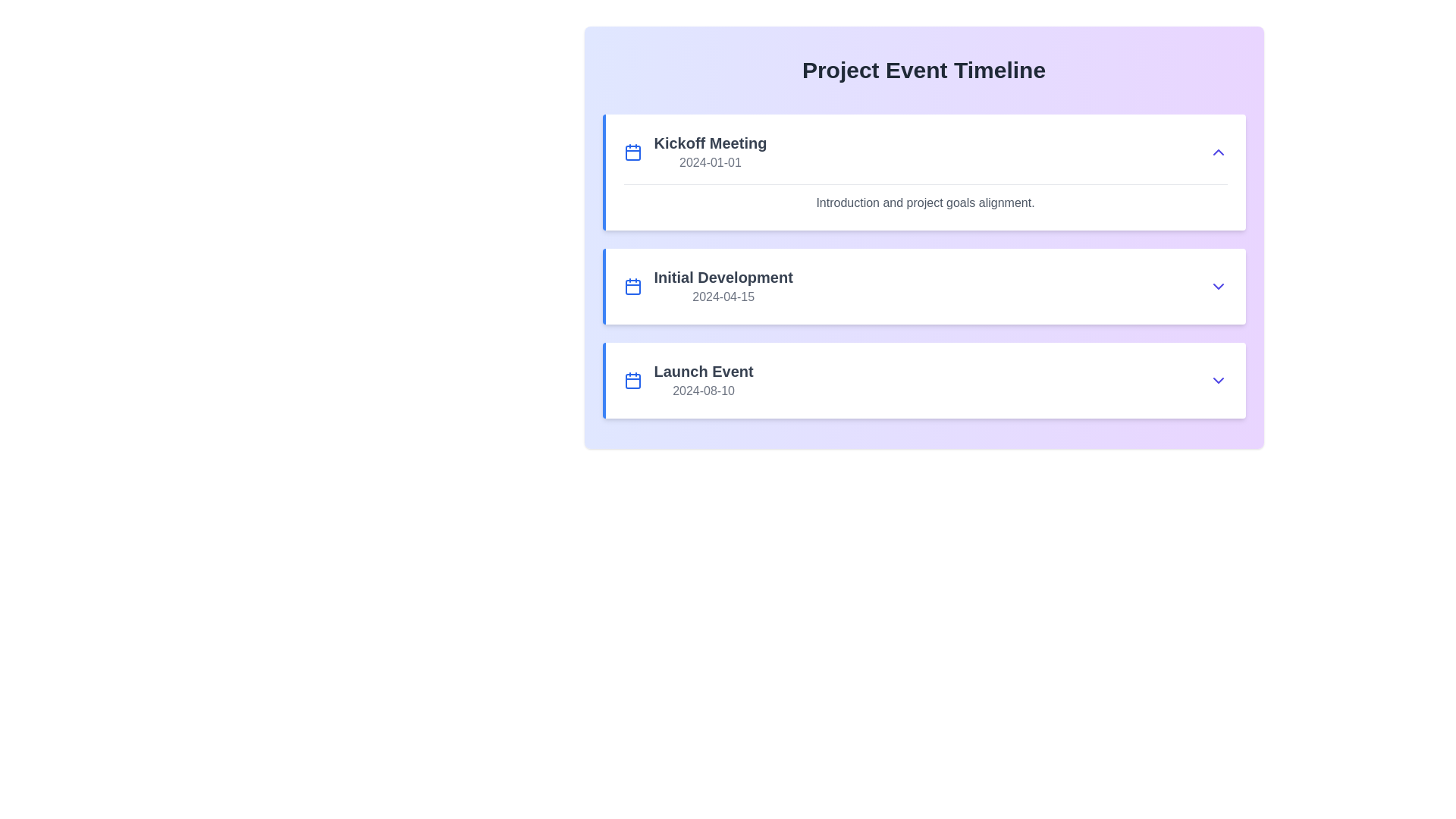 This screenshot has width=1456, height=819. I want to click on the dropdown toggle button located on the right side of the 'Initial Development' section in the 'Project Event Timeline' interface, so click(1218, 287).